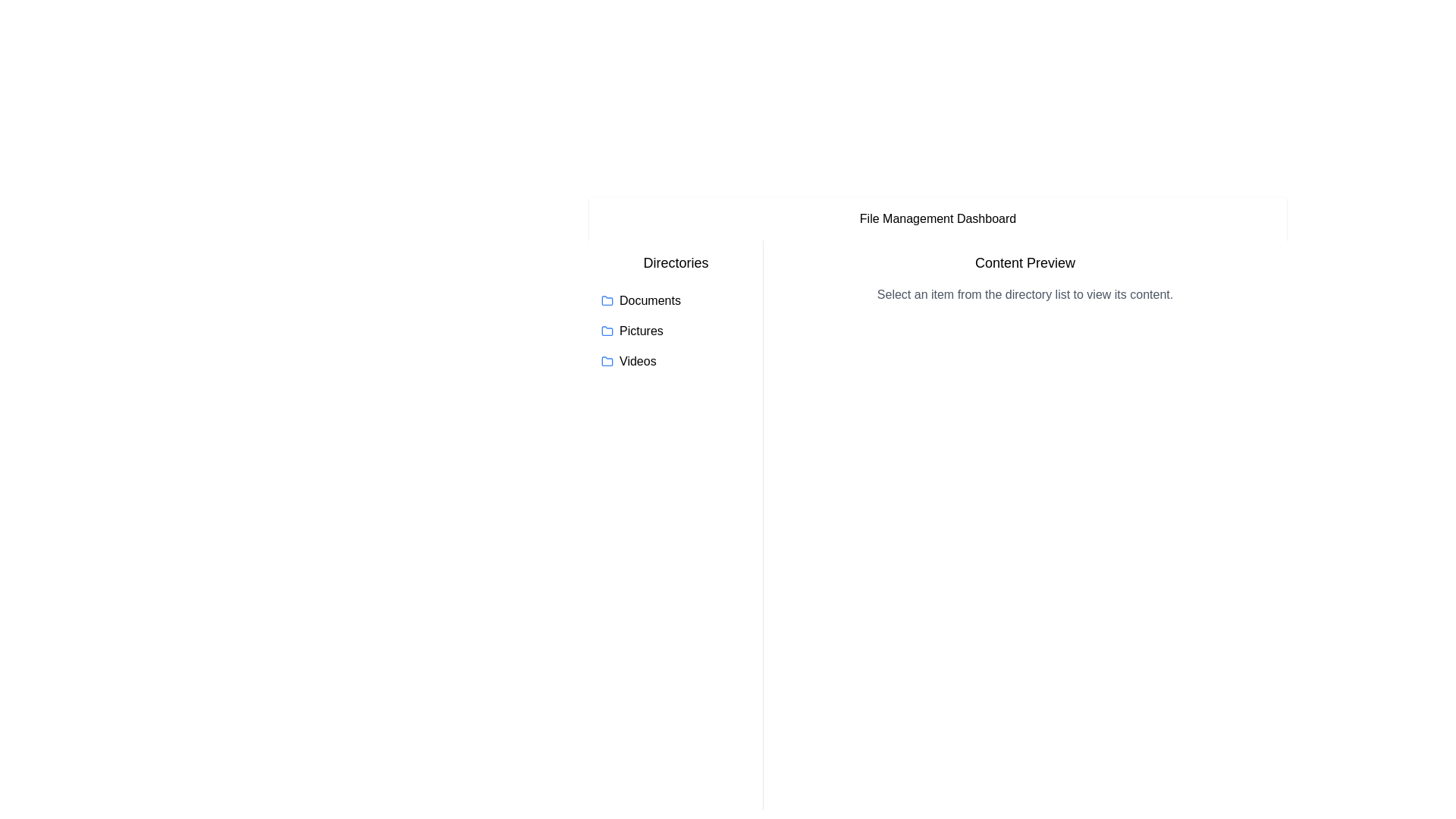 Image resolution: width=1456 pixels, height=819 pixels. I want to click on the blue folder icon located to the left of the 'Documents' text label in the 'Directories' section, so click(607, 301).